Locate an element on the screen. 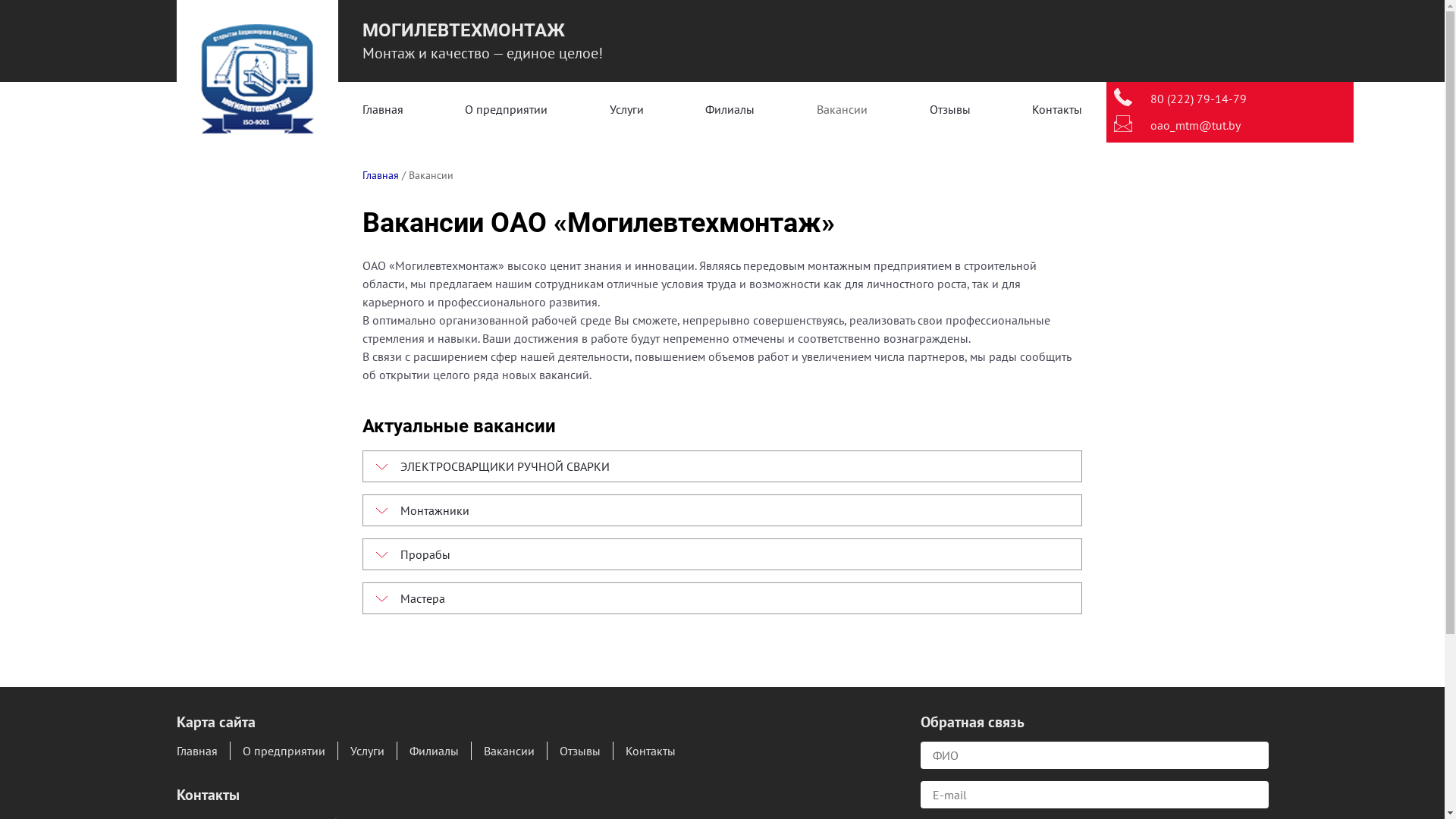  '80 (222) 79-14-79' is located at coordinates (1197, 99).